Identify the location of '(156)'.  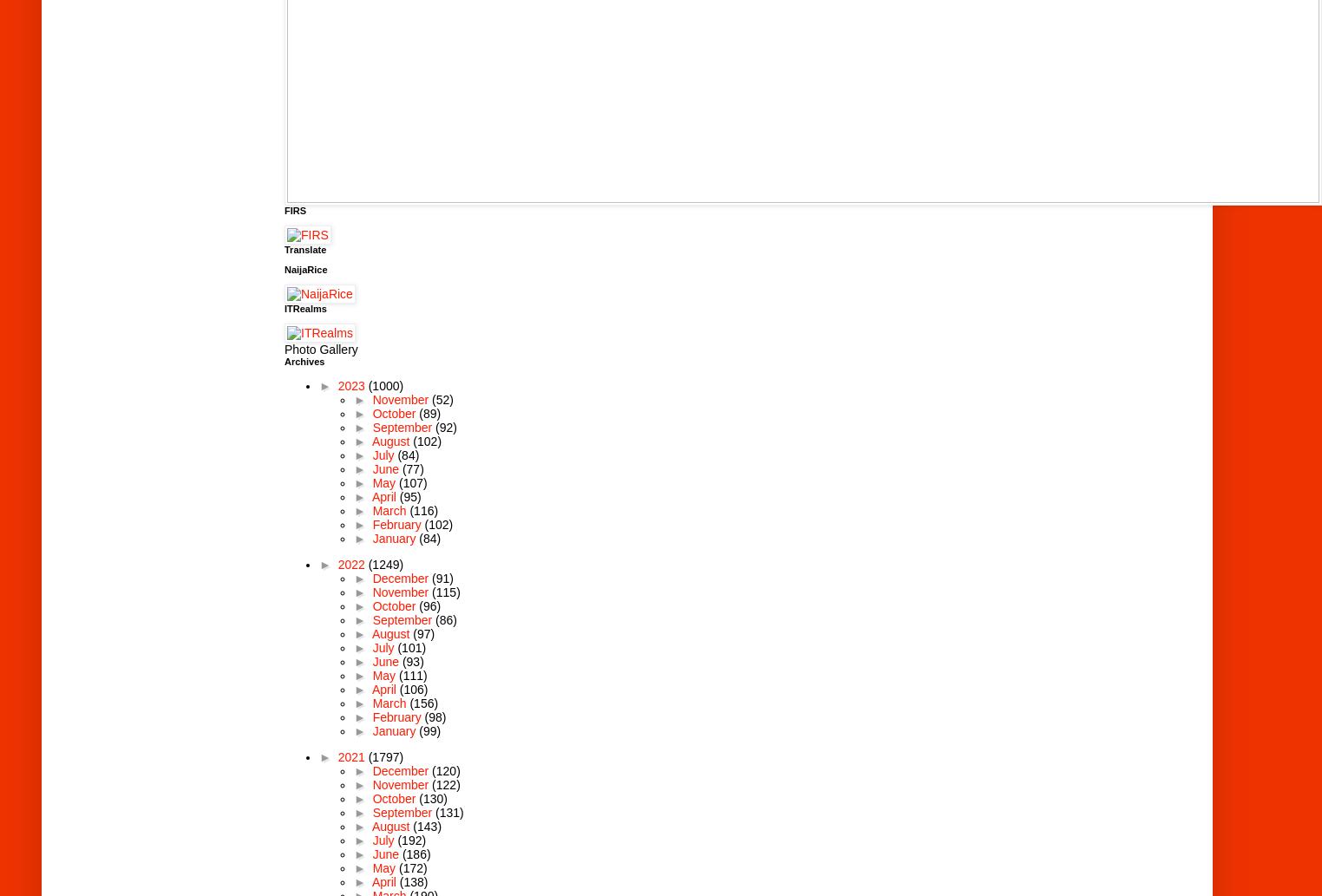
(423, 702).